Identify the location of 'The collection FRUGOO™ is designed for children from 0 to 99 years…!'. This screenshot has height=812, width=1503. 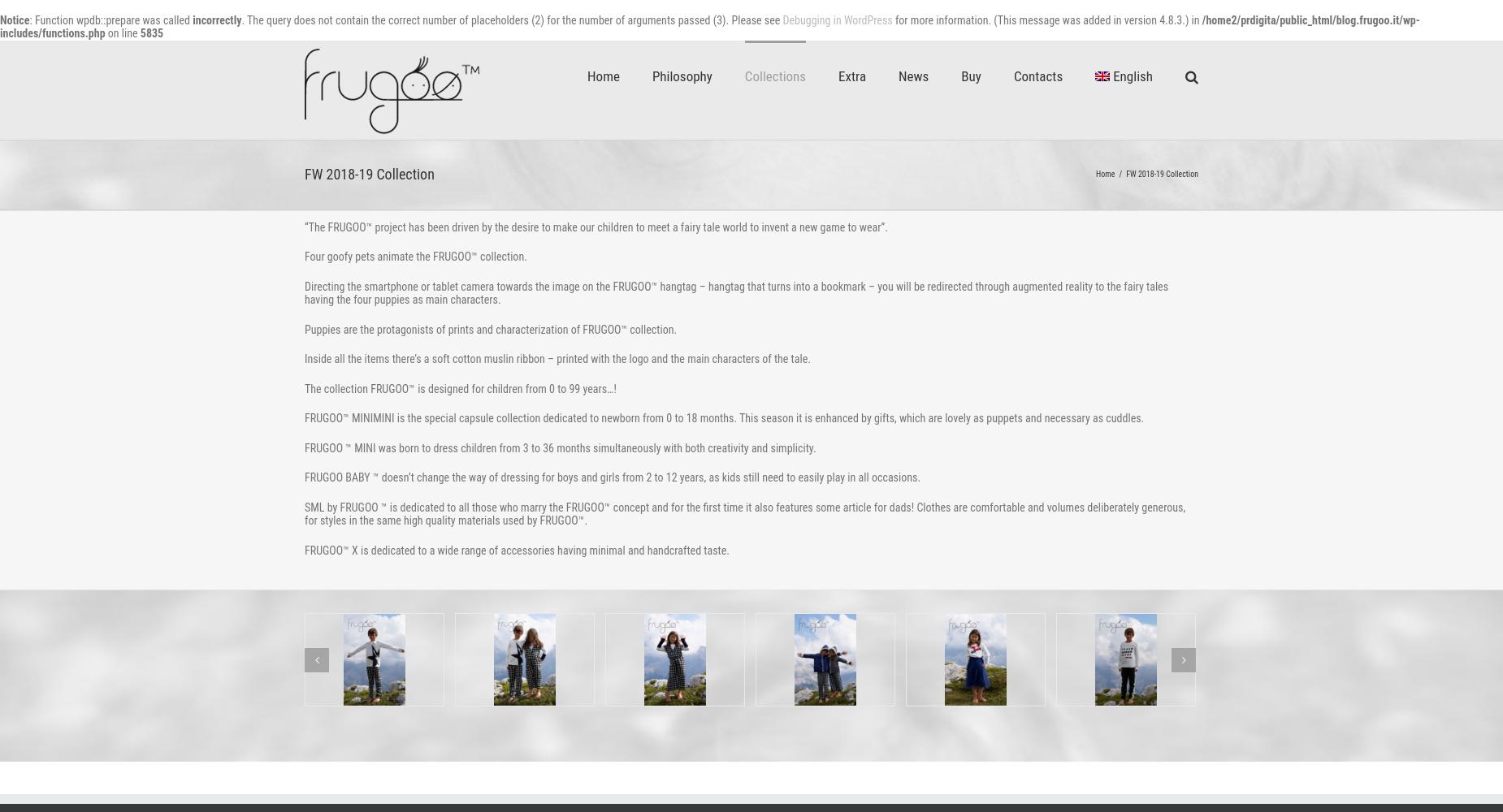
(303, 387).